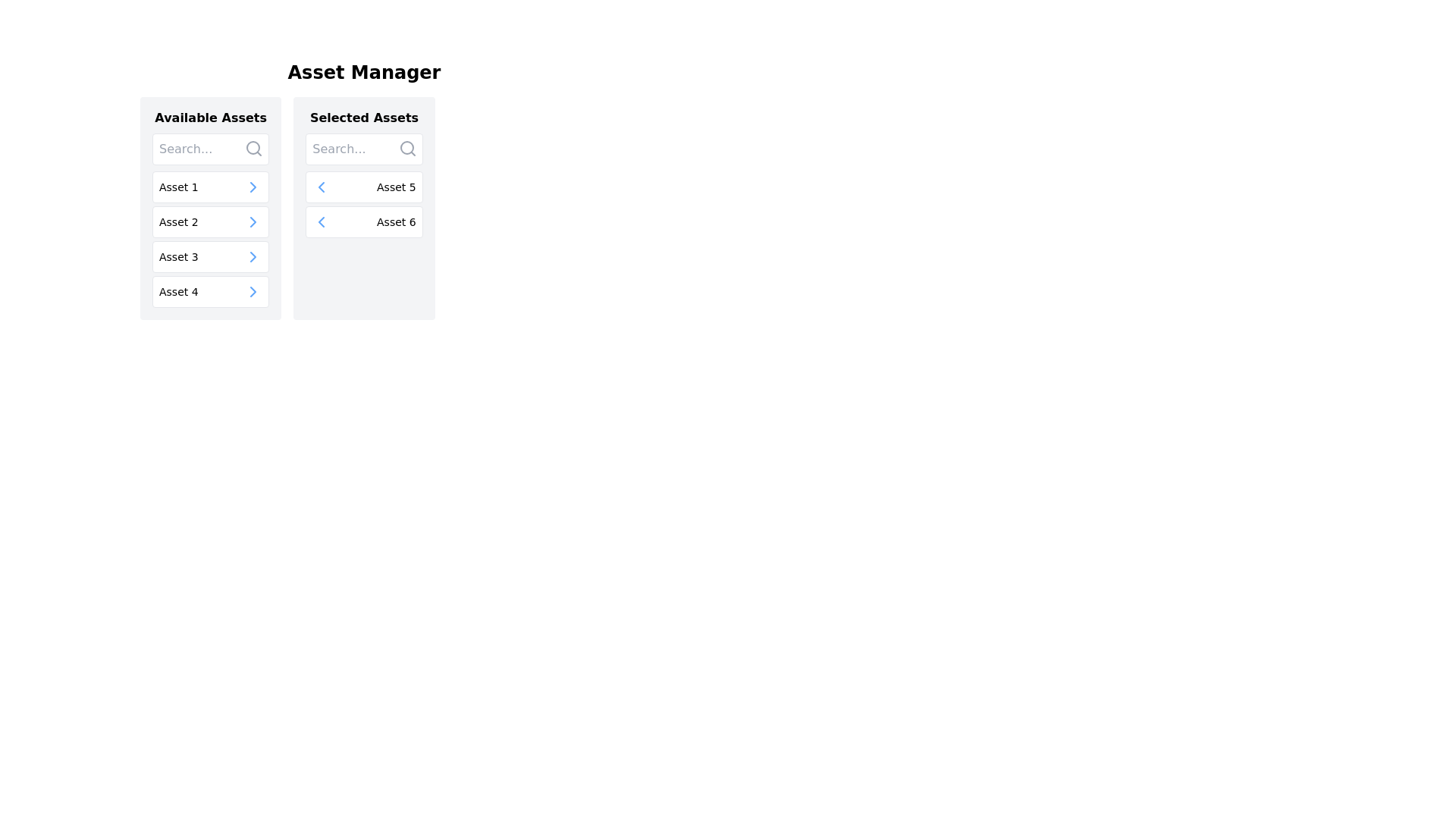  What do you see at coordinates (321, 186) in the screenshot?
I see `the left arrow icon in the 'Selected Assets' panel next to the label 'Asset 6'` at bounding box center [321, 186].